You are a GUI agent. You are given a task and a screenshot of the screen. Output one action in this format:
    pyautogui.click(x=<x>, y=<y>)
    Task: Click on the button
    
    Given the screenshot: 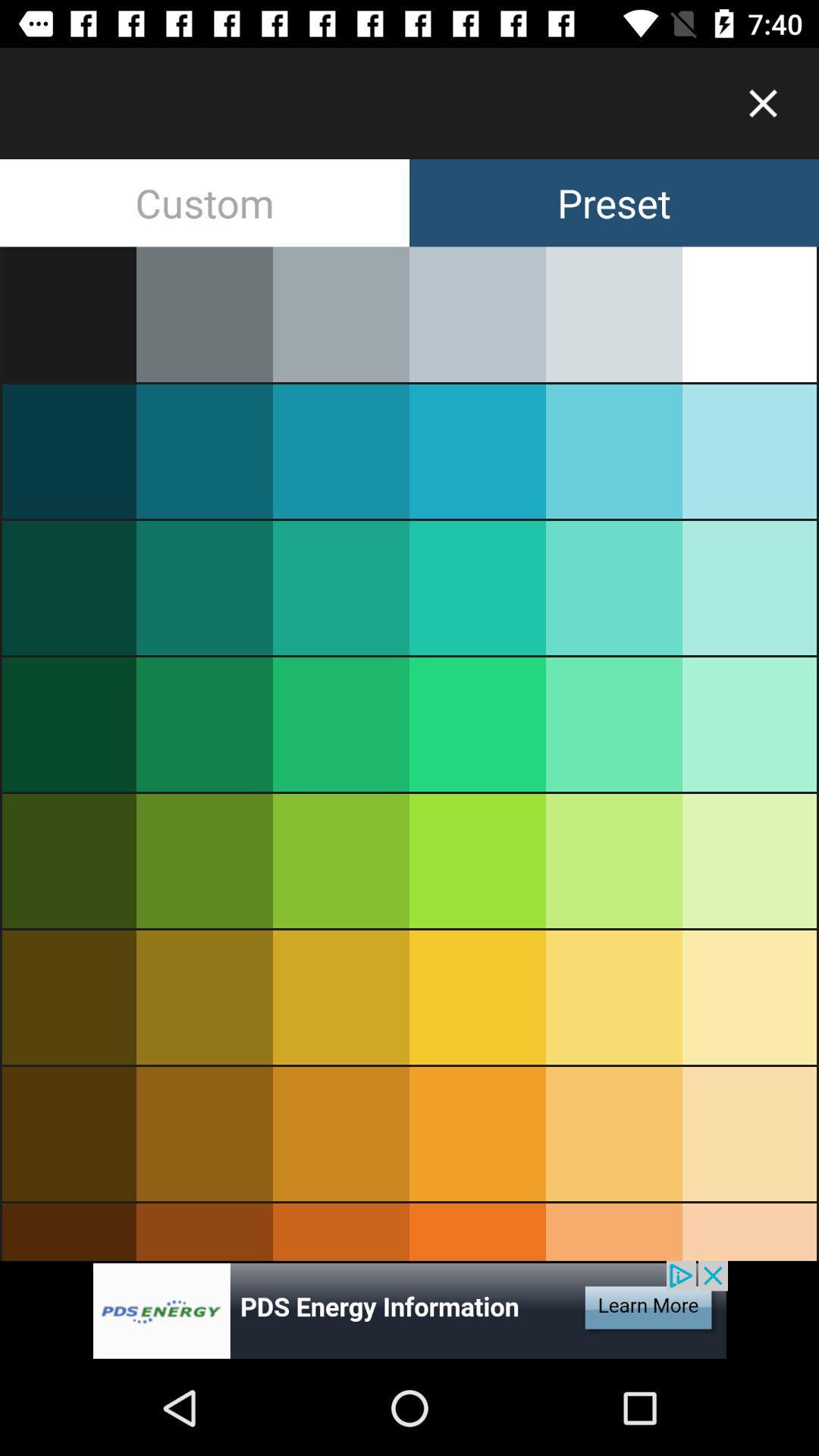 What is the action you would take?
    pyautogui.click(x=763, y=102)
    